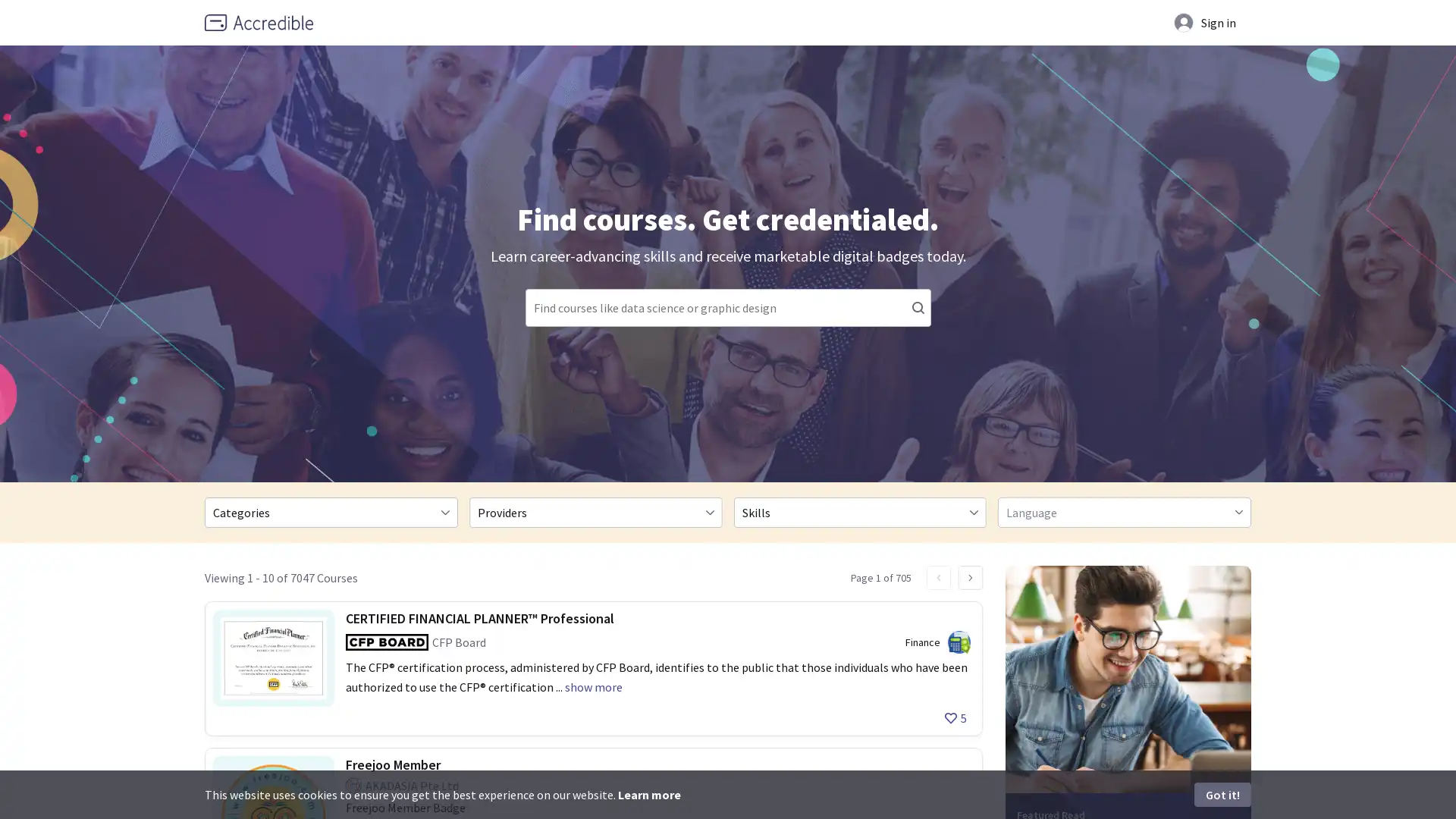 The height and width of the screenshot is (819, 1456). I want to click on 5, so click(955, 717).